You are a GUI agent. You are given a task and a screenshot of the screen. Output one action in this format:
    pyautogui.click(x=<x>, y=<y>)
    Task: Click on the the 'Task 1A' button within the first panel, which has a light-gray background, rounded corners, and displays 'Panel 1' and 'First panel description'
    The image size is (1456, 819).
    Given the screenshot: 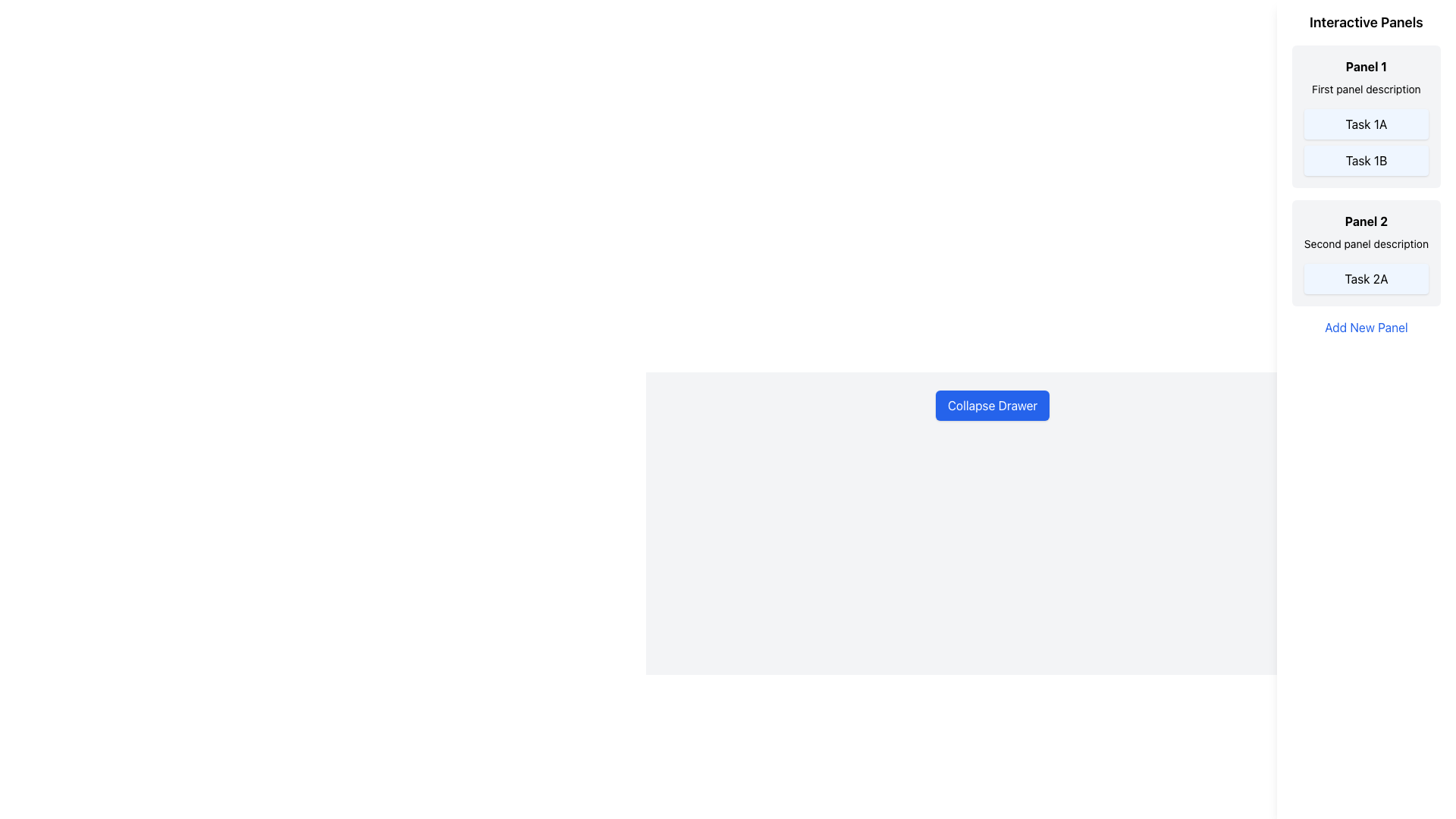 What is the action you would take?
    pyautogui.click(x=1366, y=116)
    